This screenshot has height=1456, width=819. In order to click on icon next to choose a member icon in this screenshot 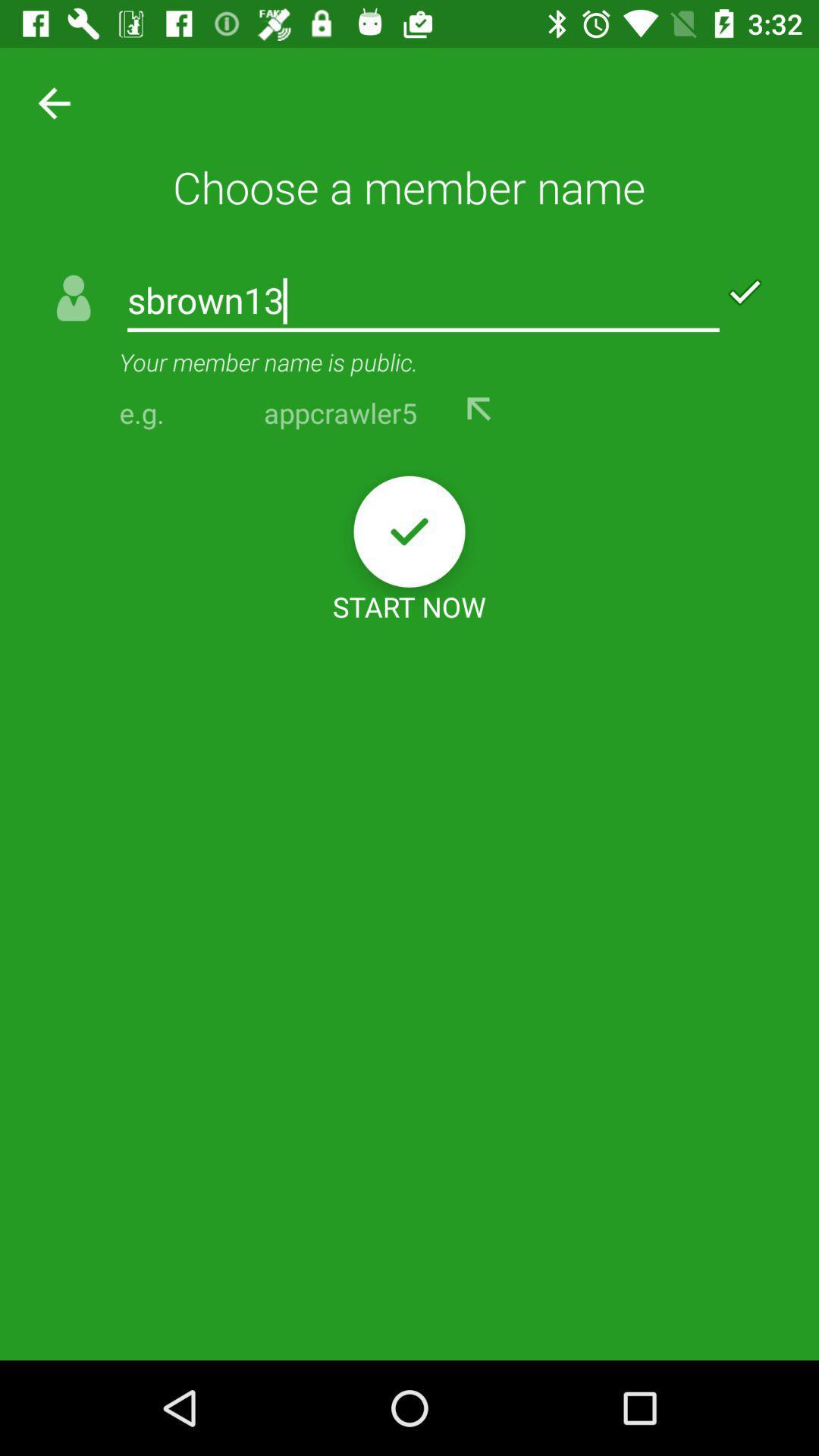, I will do `click(48, 102)`.